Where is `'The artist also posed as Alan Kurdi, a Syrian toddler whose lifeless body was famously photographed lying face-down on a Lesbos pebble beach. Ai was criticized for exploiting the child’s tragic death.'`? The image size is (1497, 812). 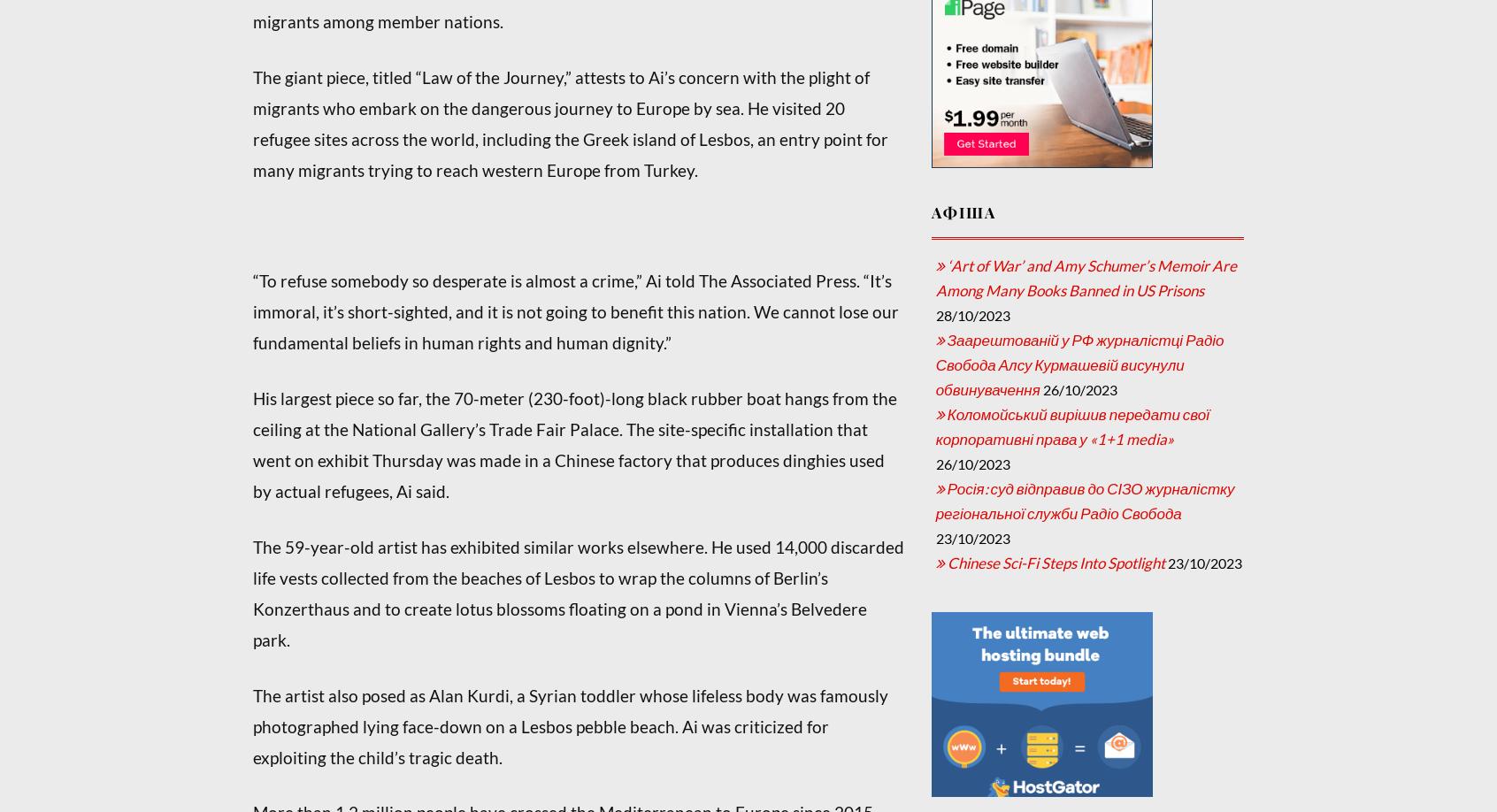
'The artist also posed as Alan Kurdi, a Syrian toddler whose lifeless body was famously photographed lying face-down on a Lesbos pebble beach. Ai was criticized for exploiting the child’s tragic death.' is located at coordinates (570, 725).